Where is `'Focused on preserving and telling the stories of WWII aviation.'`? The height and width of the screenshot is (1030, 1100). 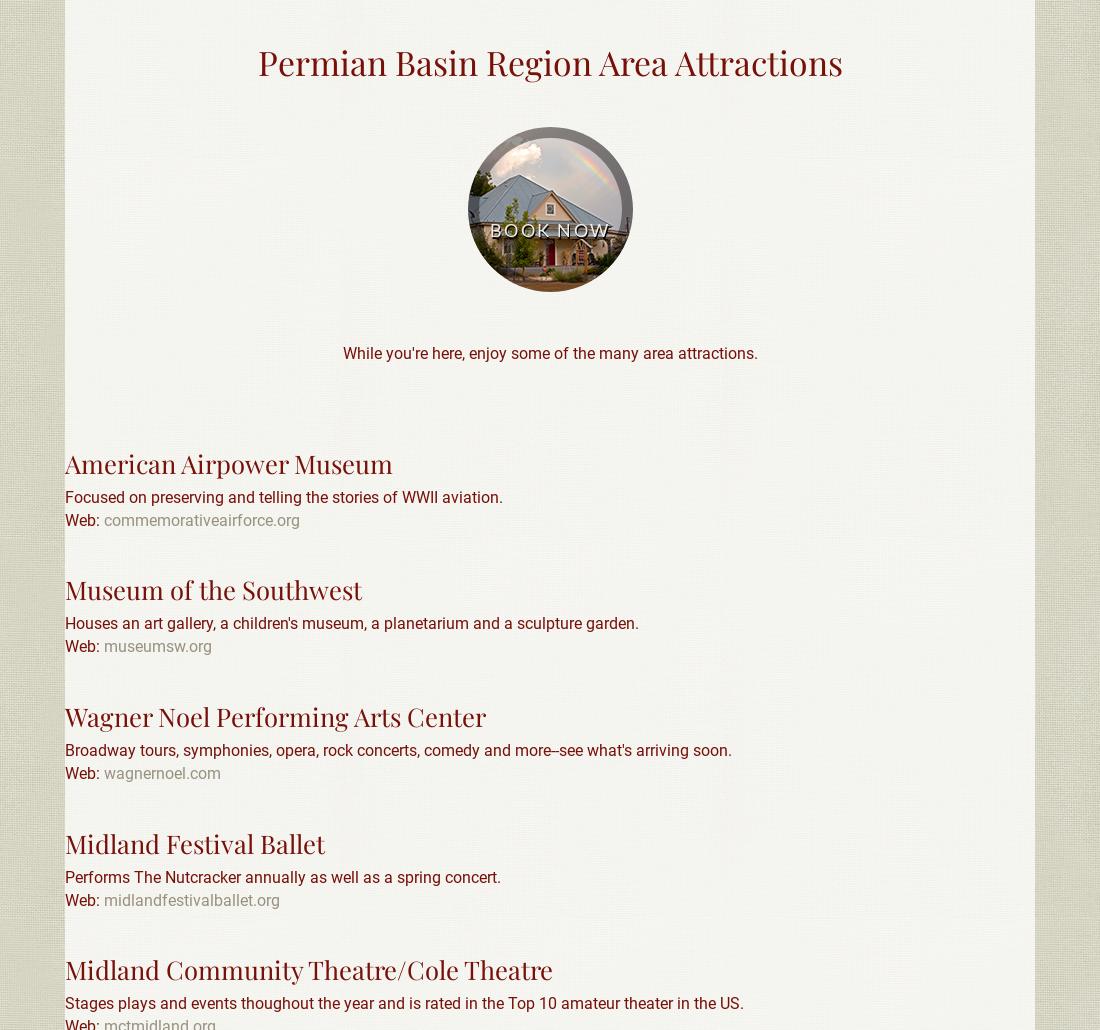
'Focused on preserving and telling the stories of WWII aviation.' is located at coordinates (283, 495).